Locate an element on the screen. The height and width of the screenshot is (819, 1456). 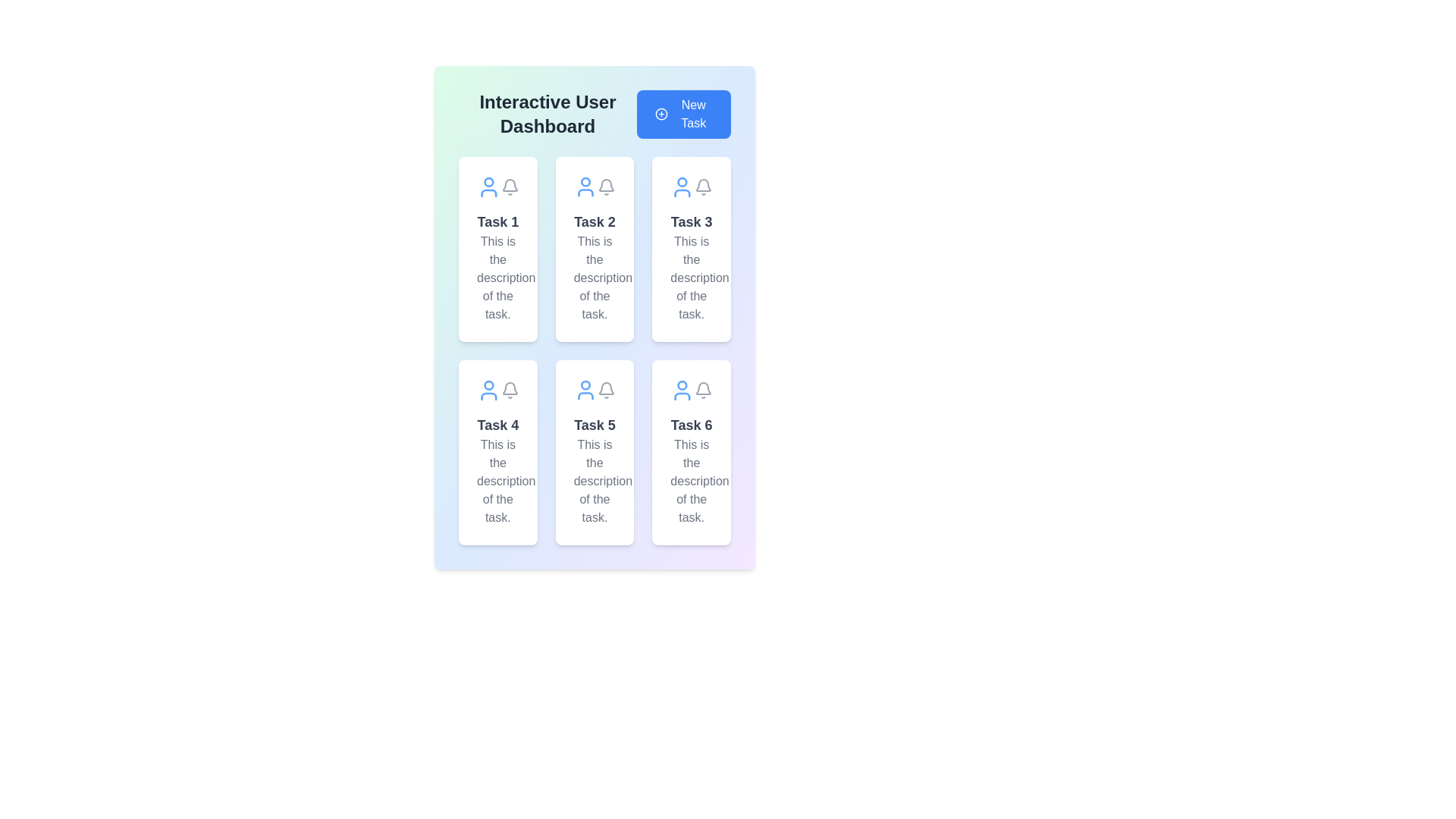
the bell-shaped notification icon, which is styled in gray and white is located at coordinates (510, 390).